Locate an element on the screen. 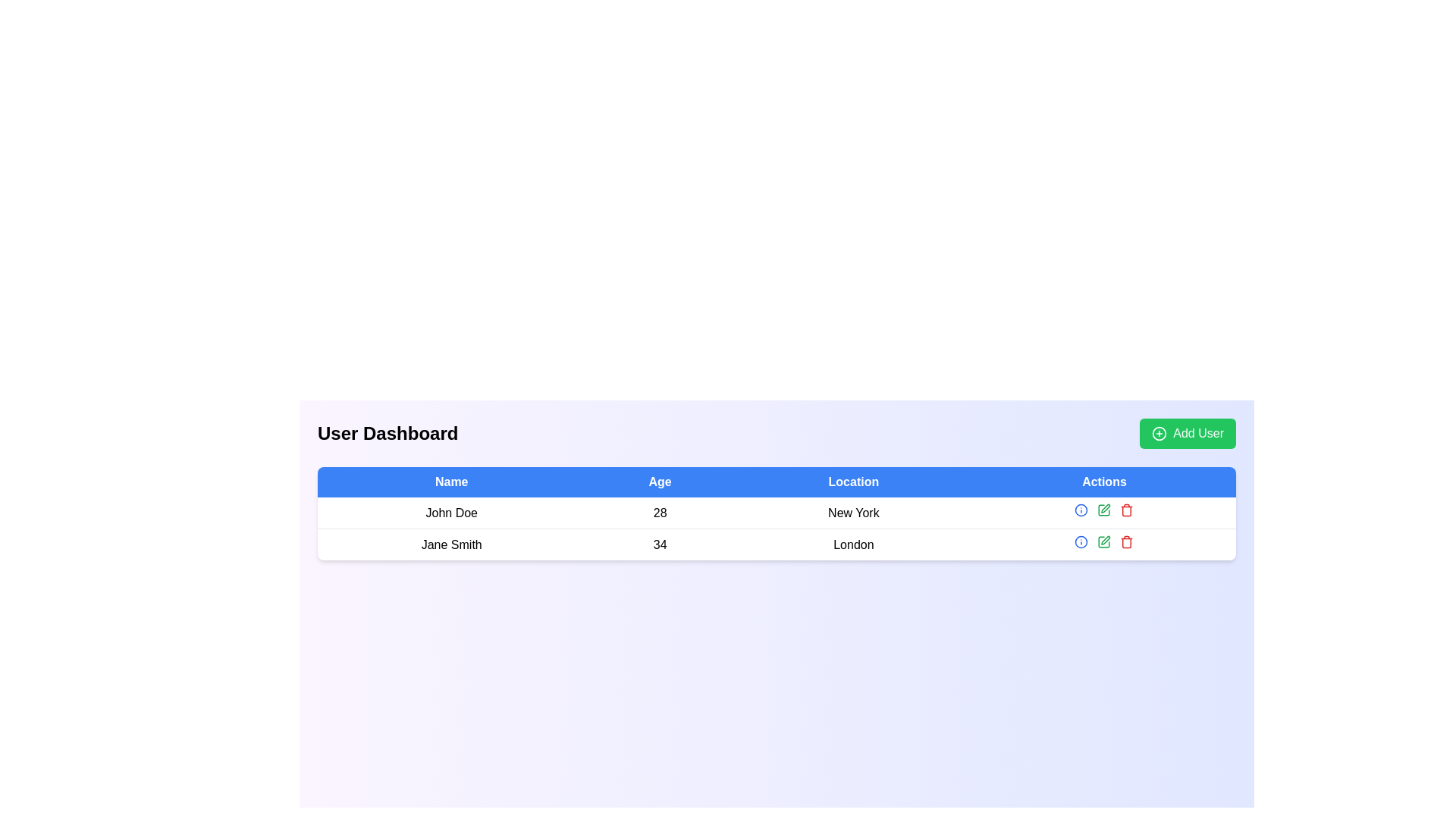 This screenshot has width=1456, height=819. the edit button in the Action button group for user 'John Doe' located in the last column of the first row of the table is located at coordinates (1104, 512).